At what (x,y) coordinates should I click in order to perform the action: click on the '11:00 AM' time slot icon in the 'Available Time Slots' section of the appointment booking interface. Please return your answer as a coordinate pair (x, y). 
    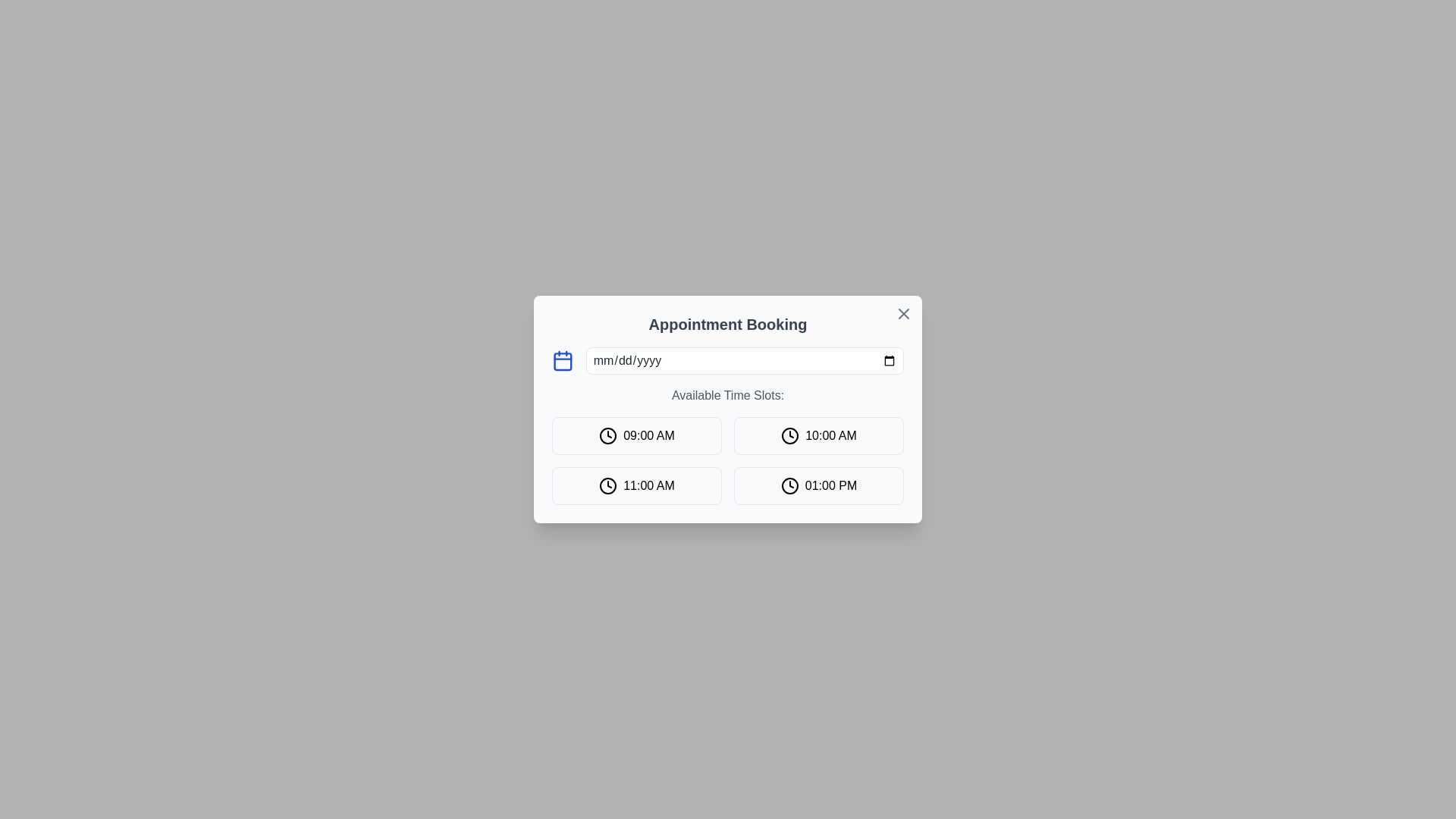
    Looking at the image, I should click on (608, 485).